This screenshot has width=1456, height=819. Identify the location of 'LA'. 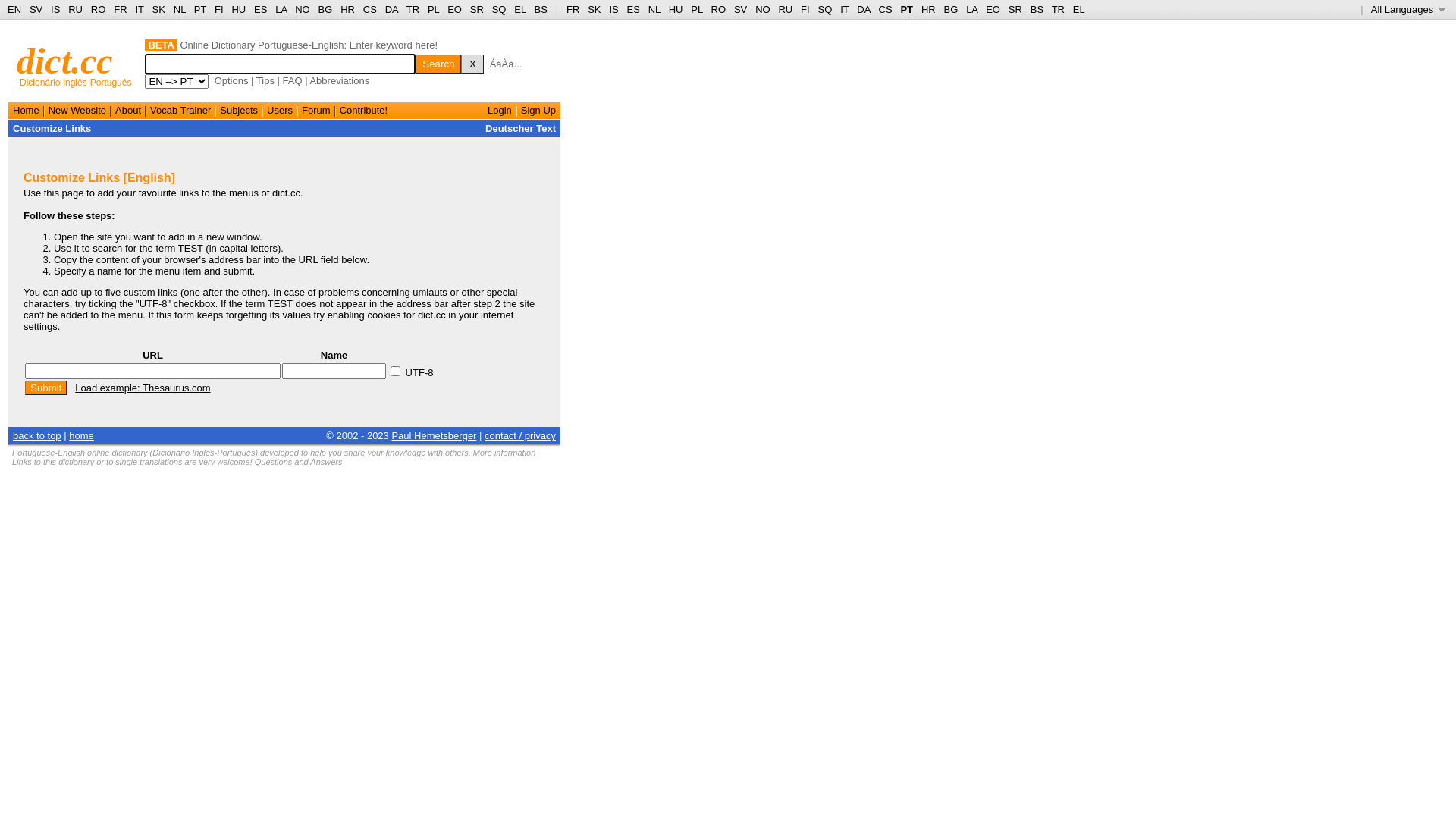
(971, 9).